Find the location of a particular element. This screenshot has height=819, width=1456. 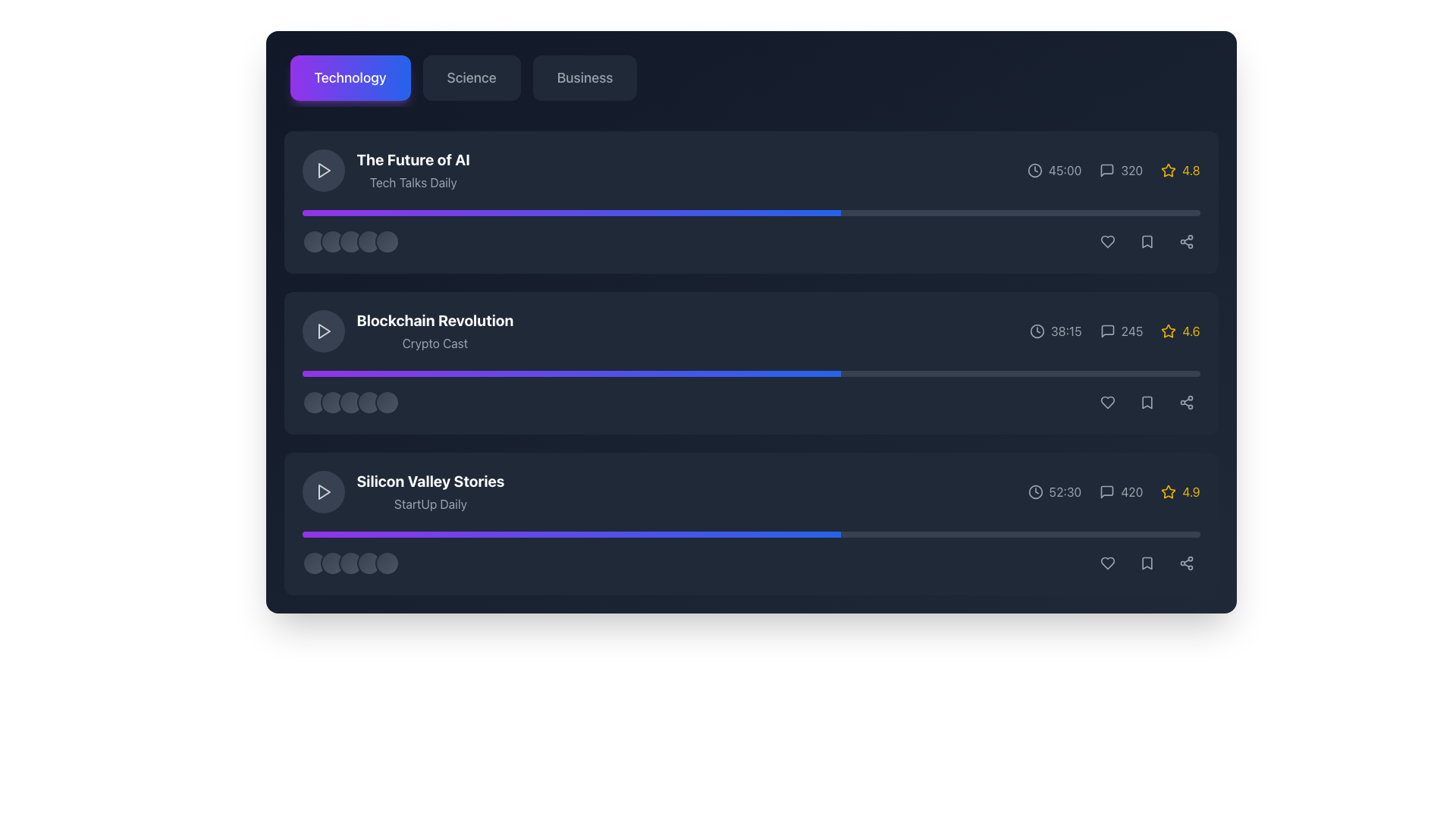

the share icon button with three connected dots, located at the far right of the 'Silicon Valley Stories' entry is located at coordinates (1185, 563).